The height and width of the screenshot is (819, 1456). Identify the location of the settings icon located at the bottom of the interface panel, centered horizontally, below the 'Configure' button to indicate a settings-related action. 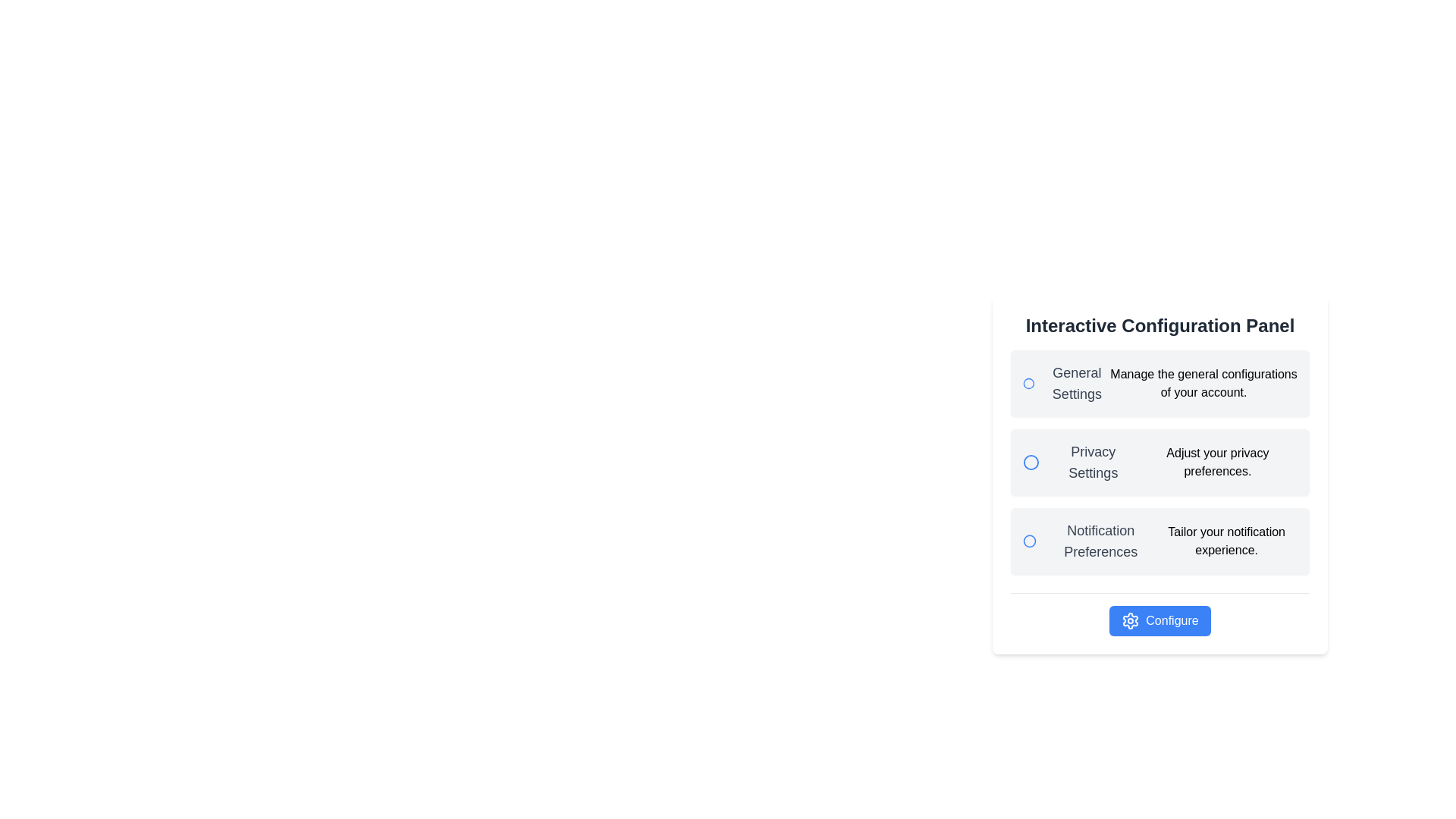
(1131, 620).